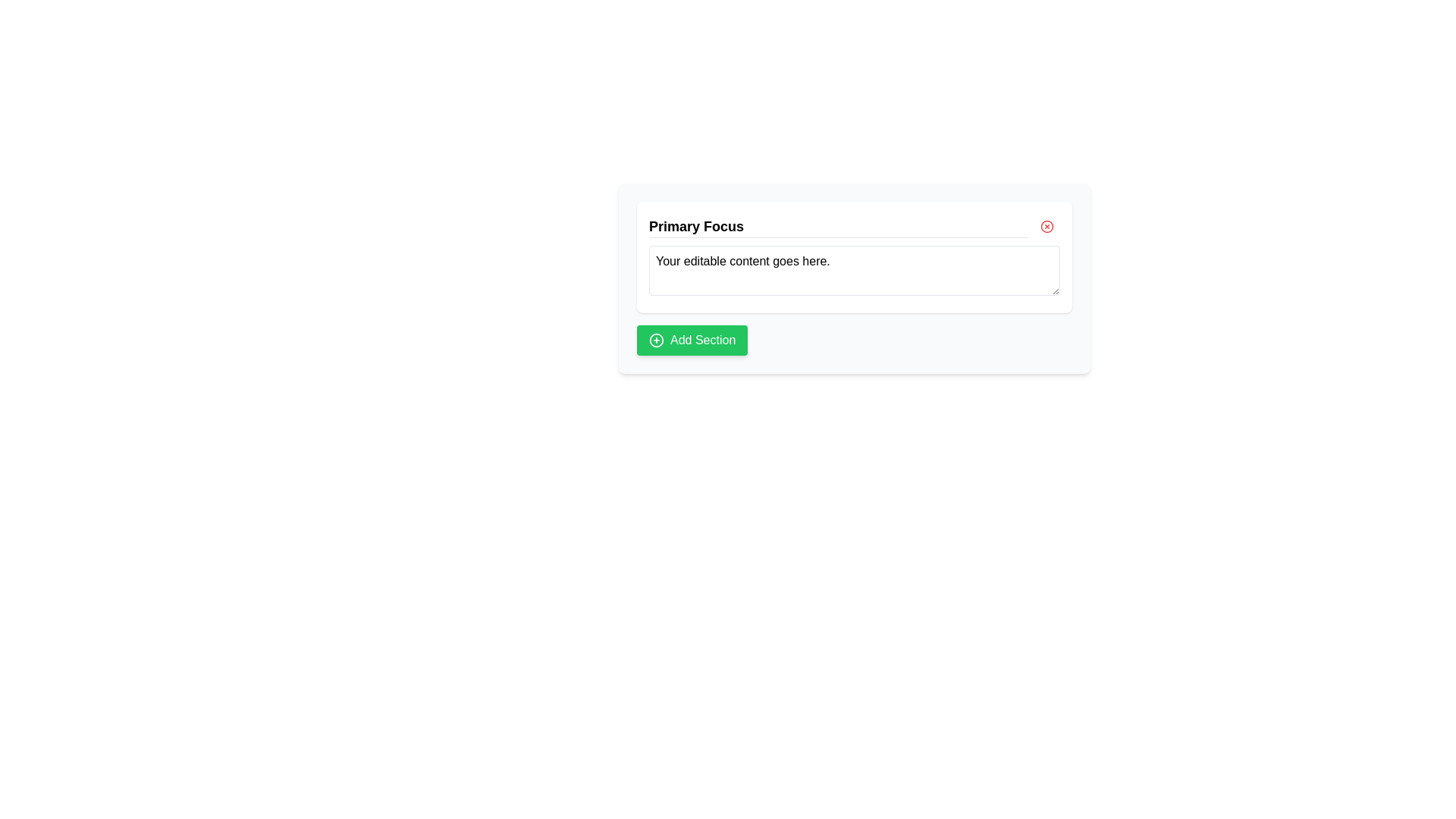  Describe the element at coordinates (855, 278) in the screenshot. I see `the text input field with a light gray background that contains the placeholder text 'Your editable content goes here.' located below the 'Primary Focus' title and above the 'Add Section' button` at that location.